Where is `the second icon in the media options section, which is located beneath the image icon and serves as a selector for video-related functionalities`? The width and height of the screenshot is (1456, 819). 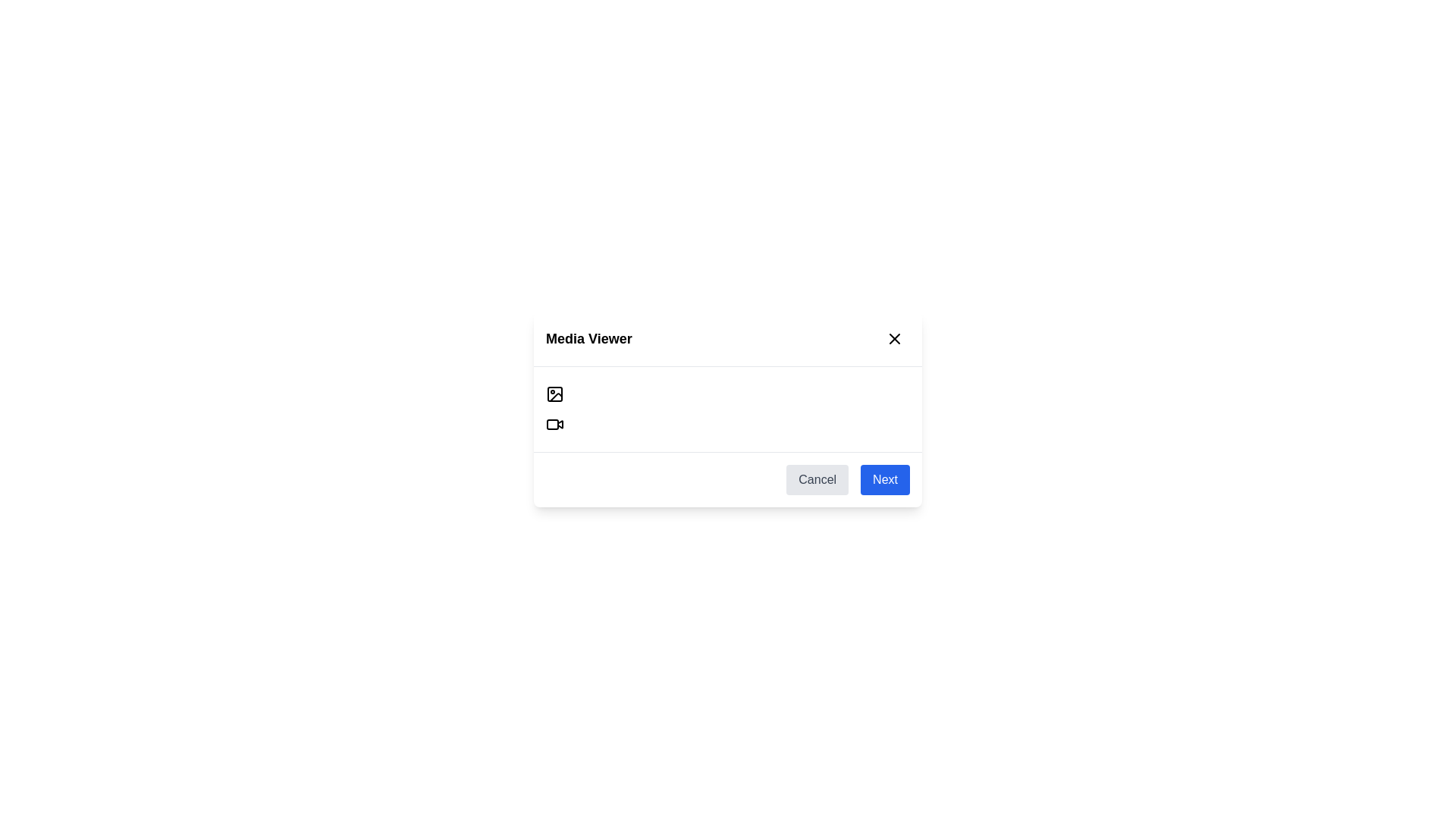 the second icon in the media options section, which is located beneath the image icon and serves as a selector for video-related functionalities is located at coordinates (554, 424).